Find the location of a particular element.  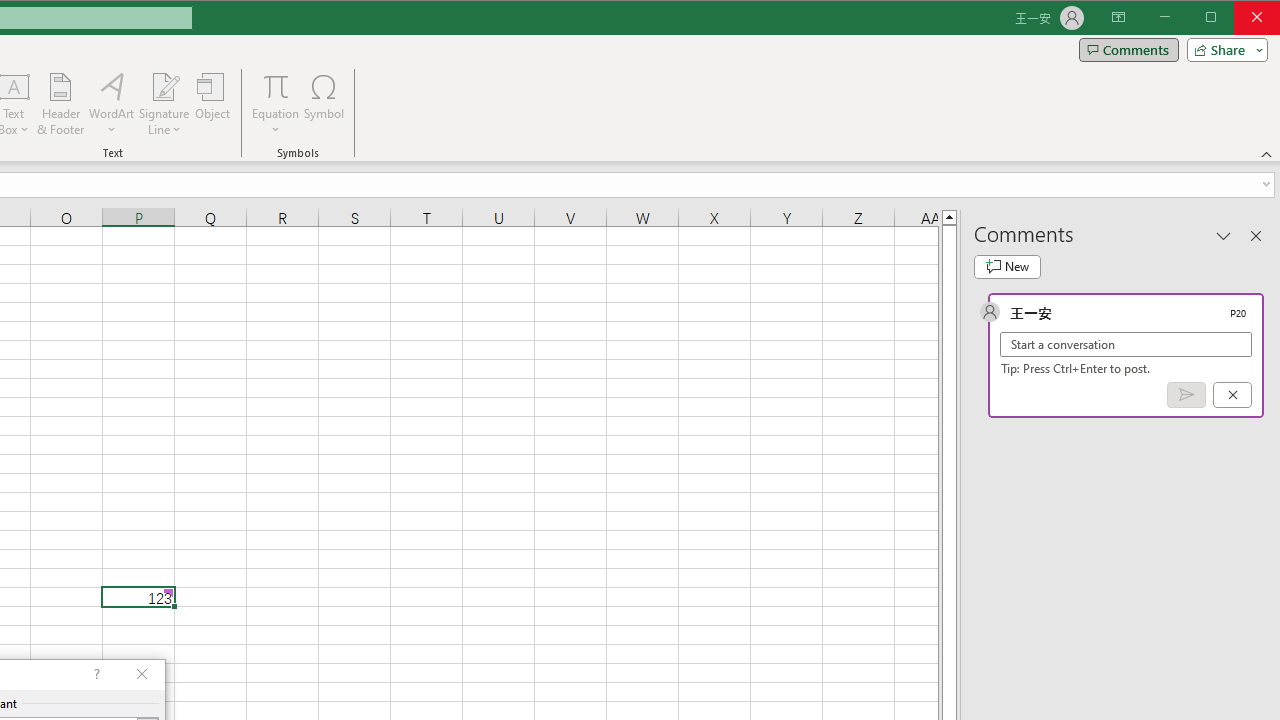

'WordArt' is located at coordinates (111, 104).